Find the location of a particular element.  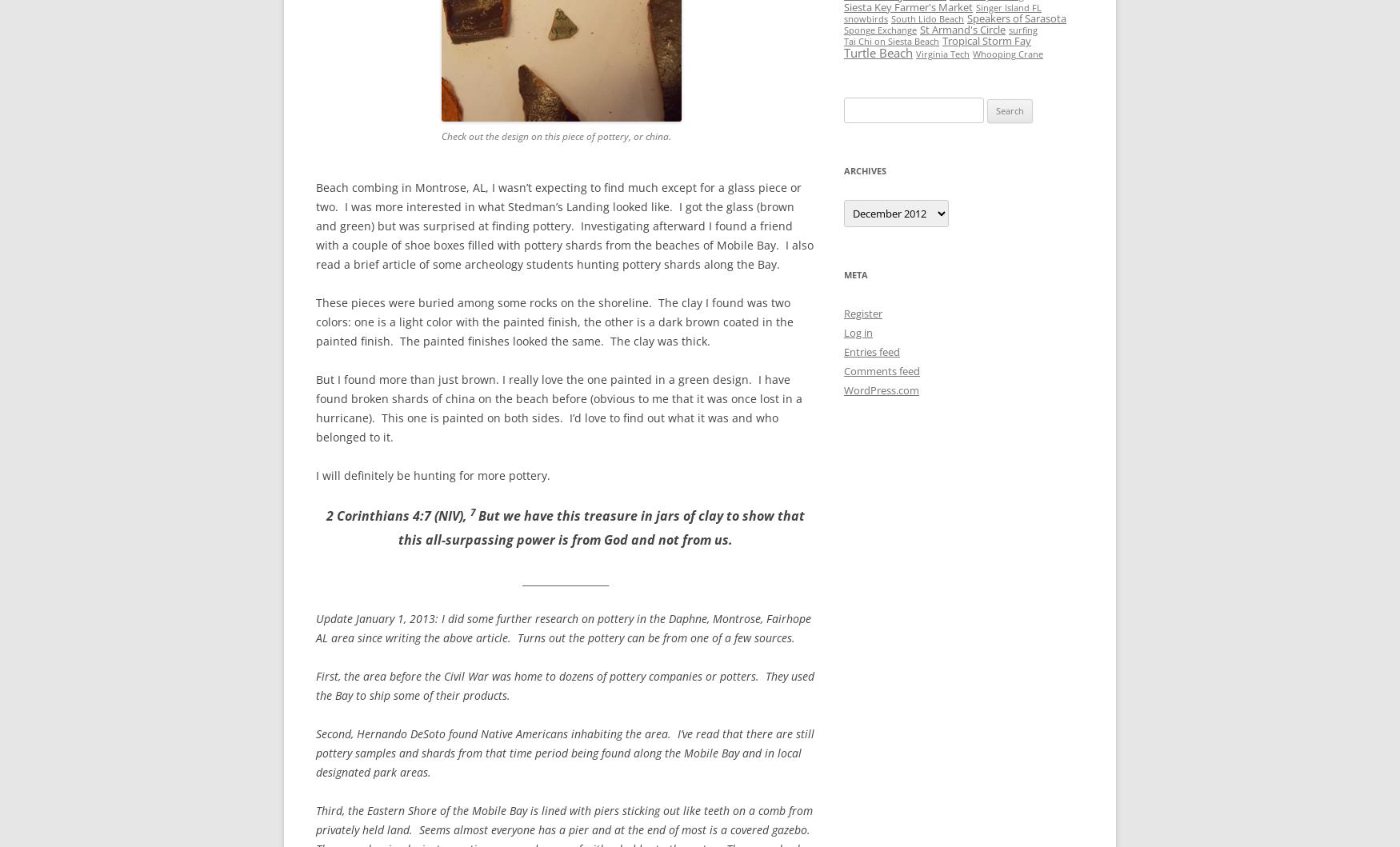

'Meta' is located at coordinates (843, 274).